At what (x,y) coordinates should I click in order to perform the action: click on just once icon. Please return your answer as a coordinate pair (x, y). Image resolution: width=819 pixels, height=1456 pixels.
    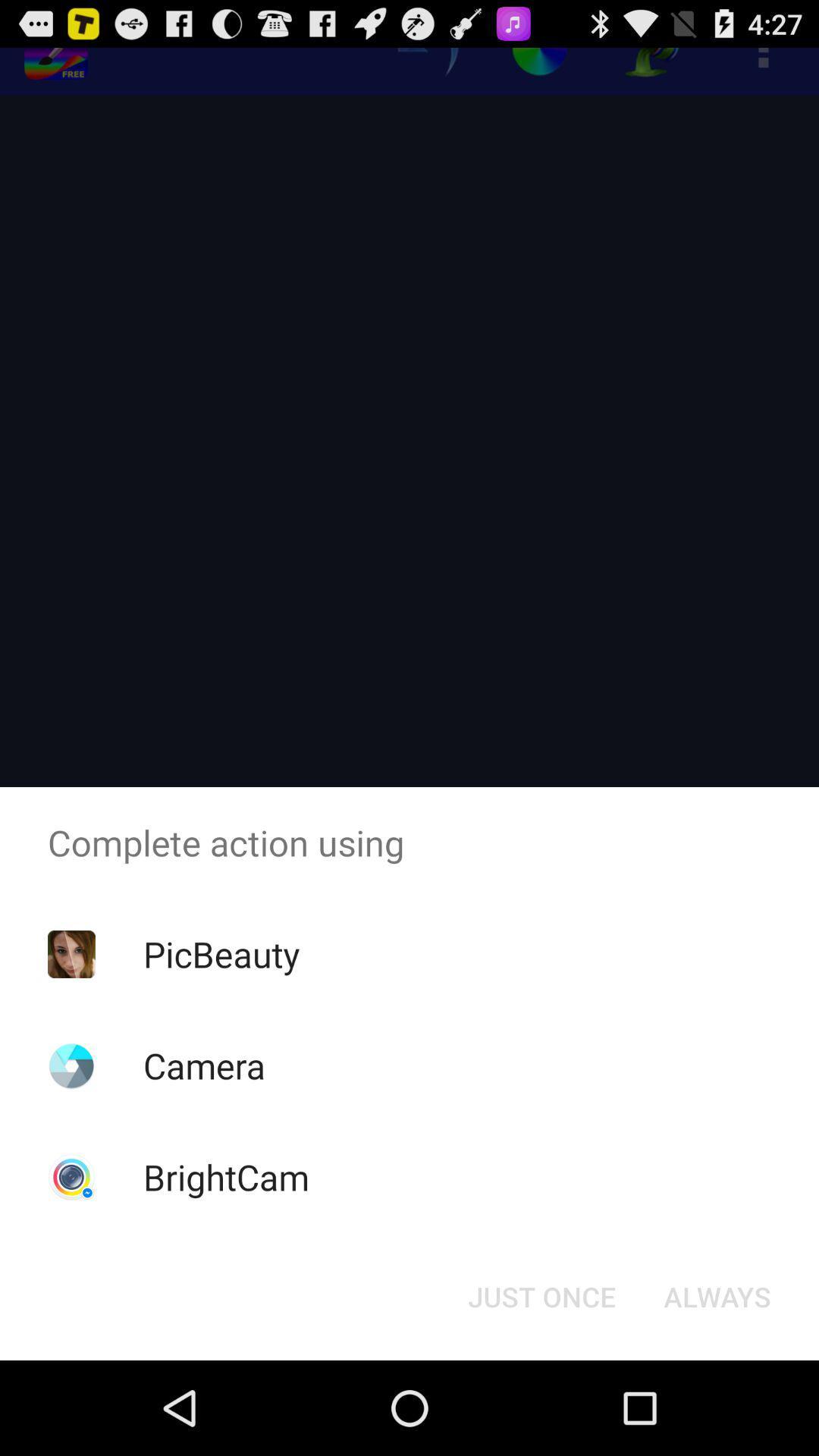
    Looking at the image, I should click on (541, 1295).